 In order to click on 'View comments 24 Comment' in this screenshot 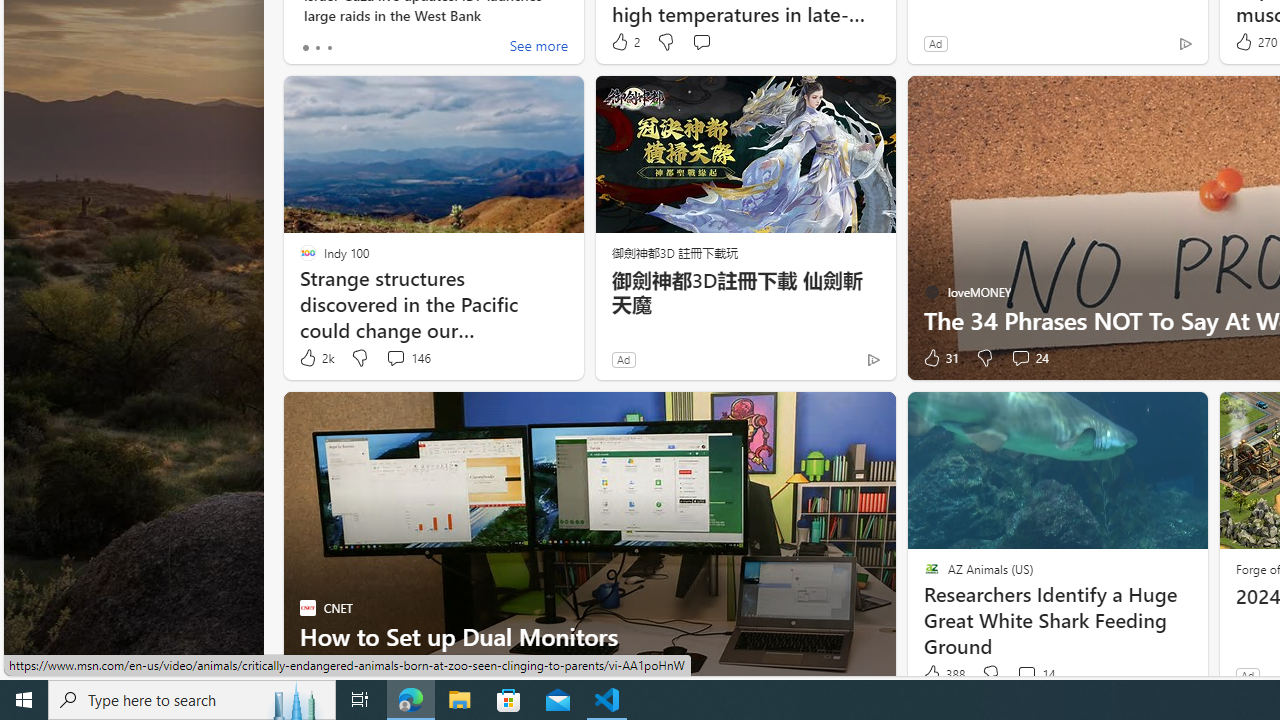, I will do `click(1020, 356)`.